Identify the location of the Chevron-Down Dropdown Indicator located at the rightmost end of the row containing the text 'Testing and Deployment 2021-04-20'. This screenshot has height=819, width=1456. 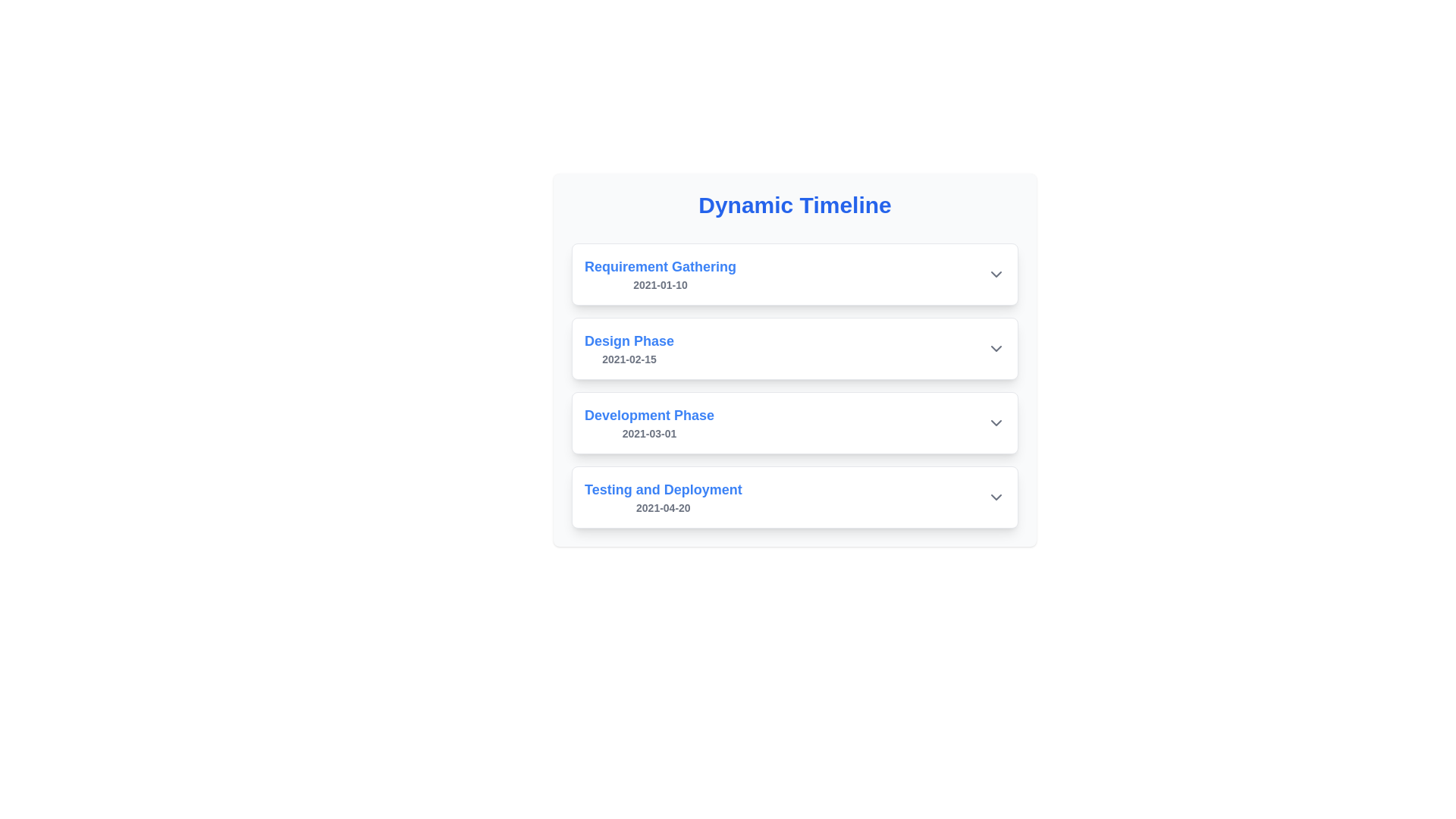
(996, 497).